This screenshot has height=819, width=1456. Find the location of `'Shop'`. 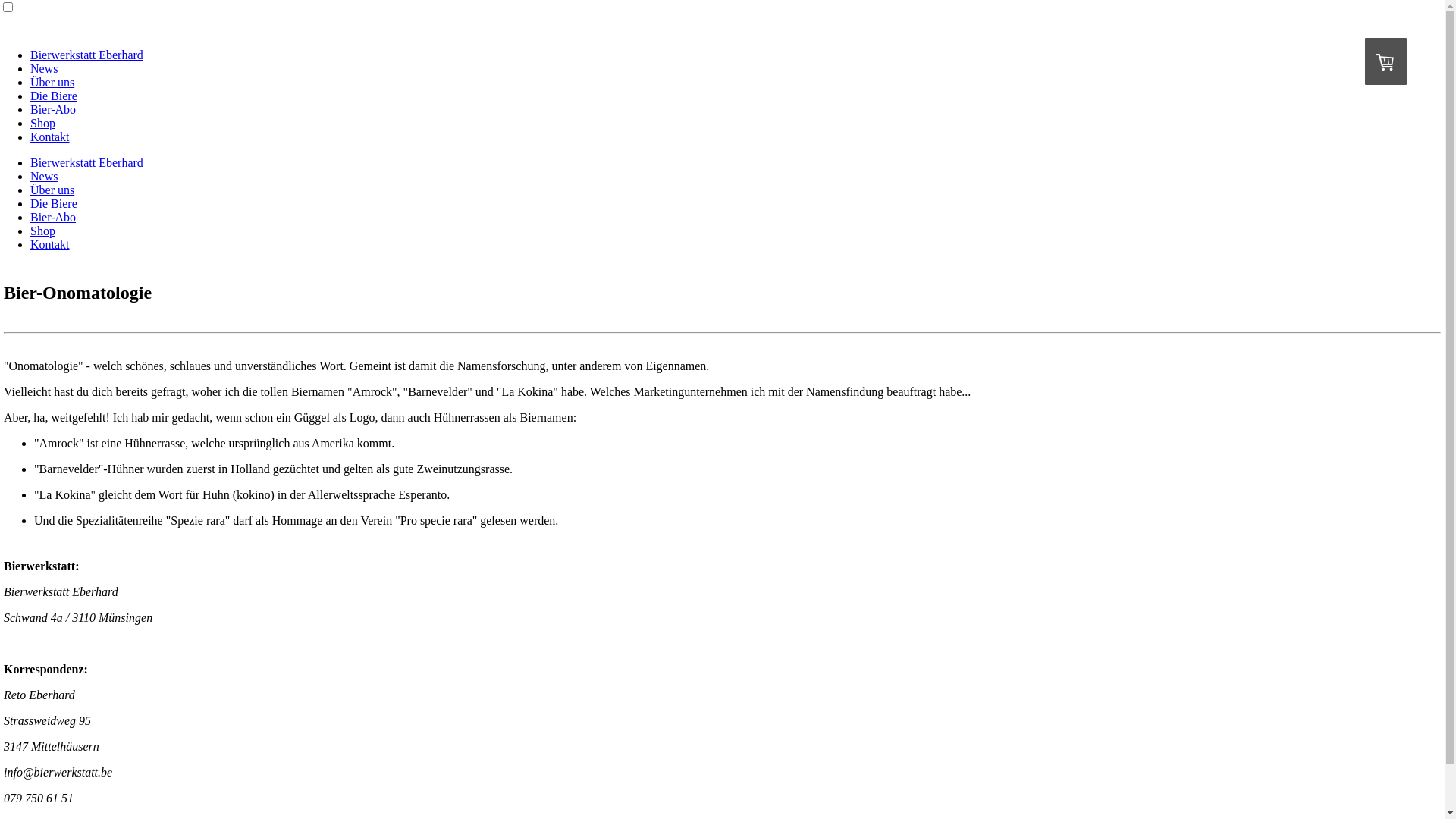

'Shop' is located at coordinates (42, 231).